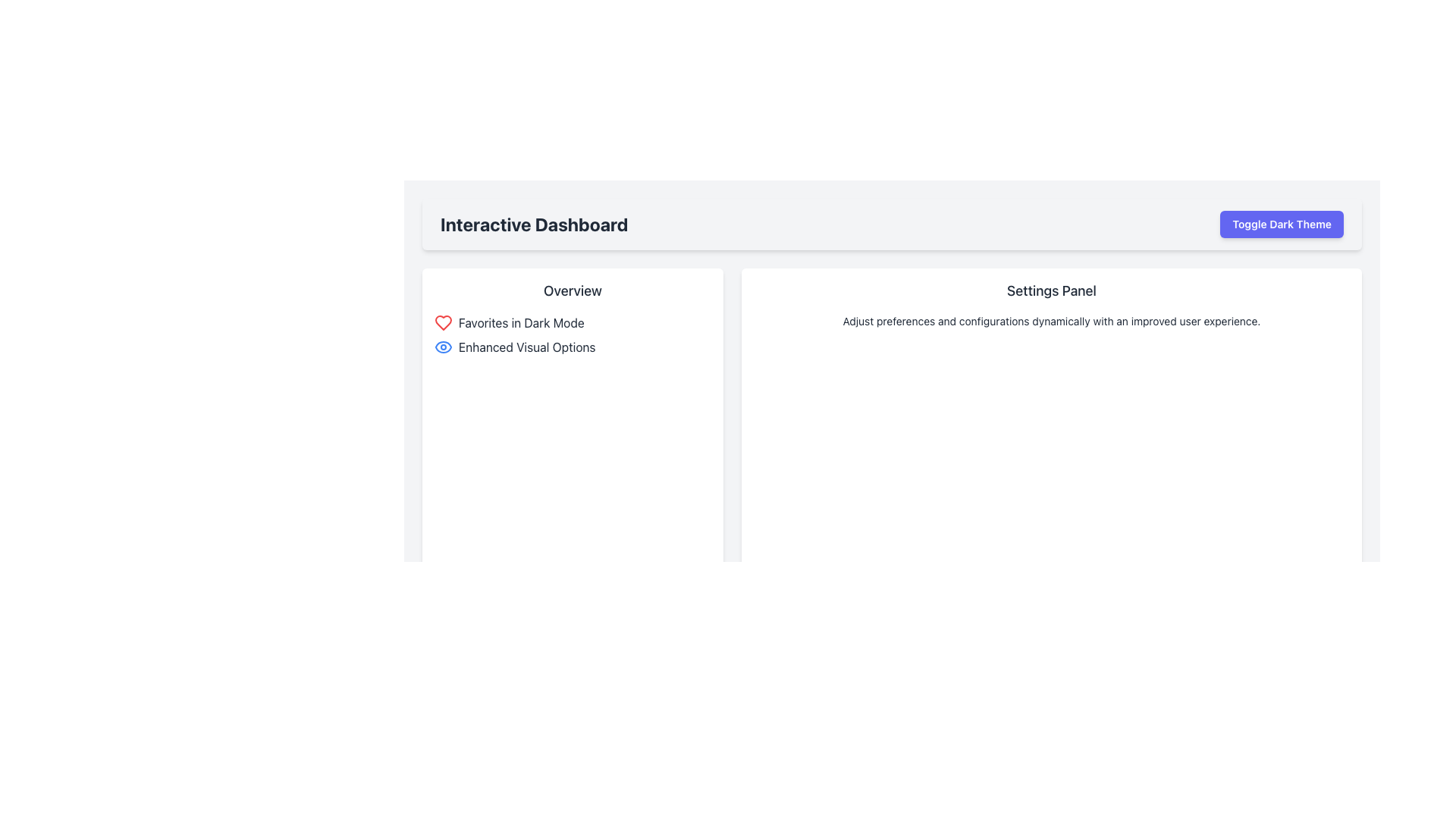 The height and width of the screenshot is (819, 1456). Describe the element at coordinates (1281, 224) in the screenshot. I see `the theme toggle button located in the upper-right part of the 'Interactive Dashboard' header to observe visual feedback` at that location.